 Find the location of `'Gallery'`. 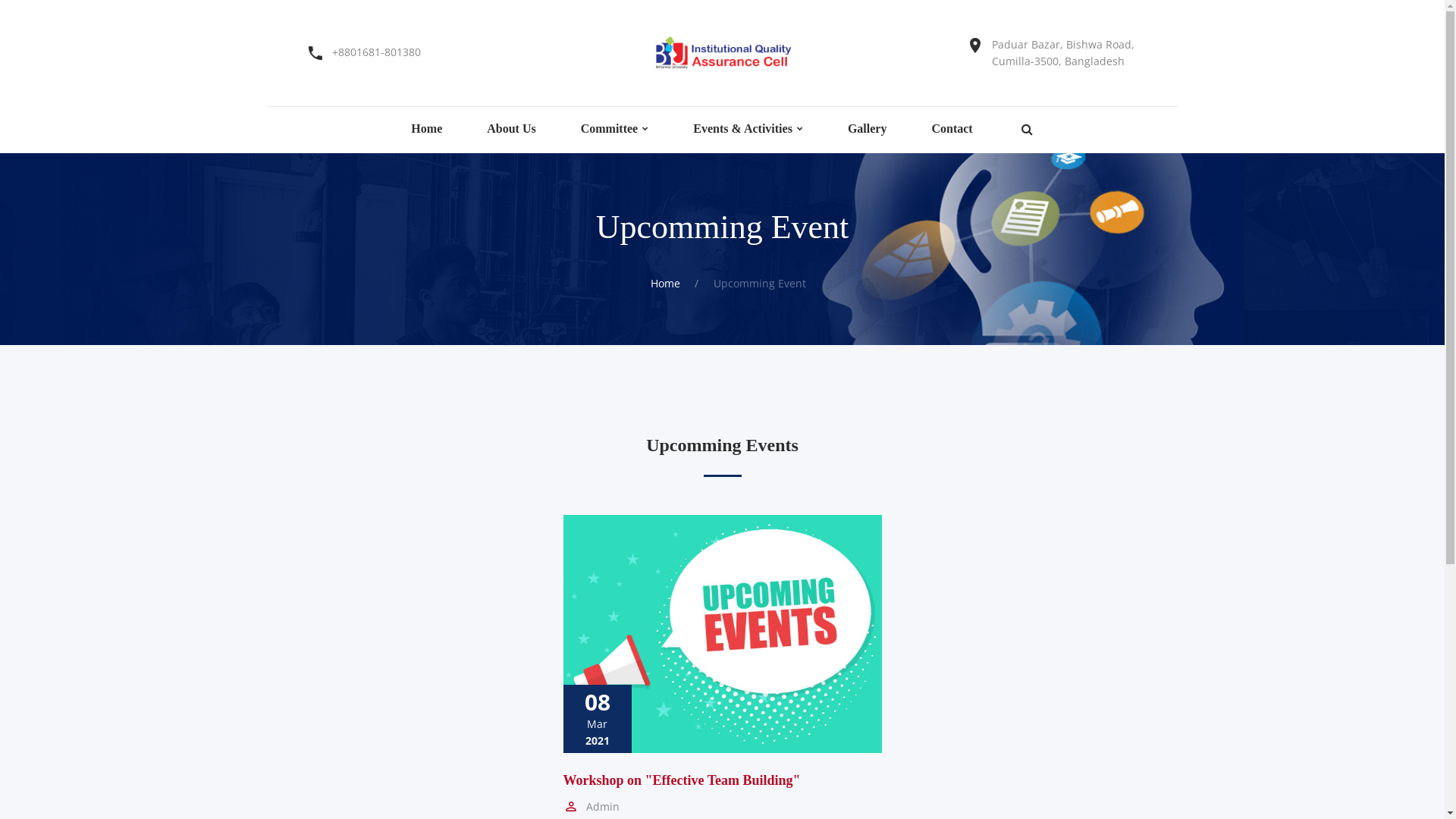

'Gallery' is located at coordinates (867, 127).